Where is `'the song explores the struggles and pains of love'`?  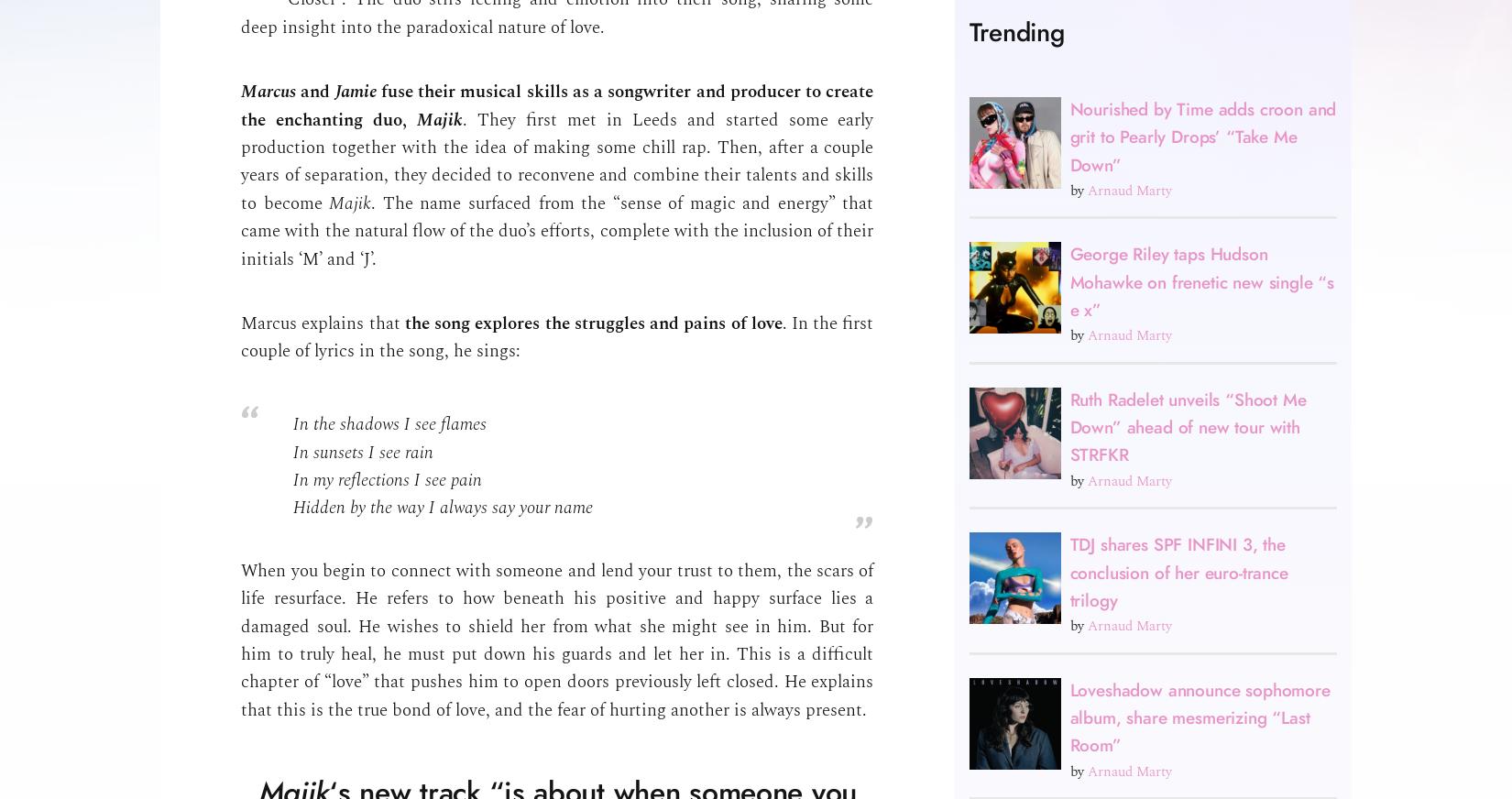
'the song explores the struggles and pains of love' is located at coordinates (589, 323).